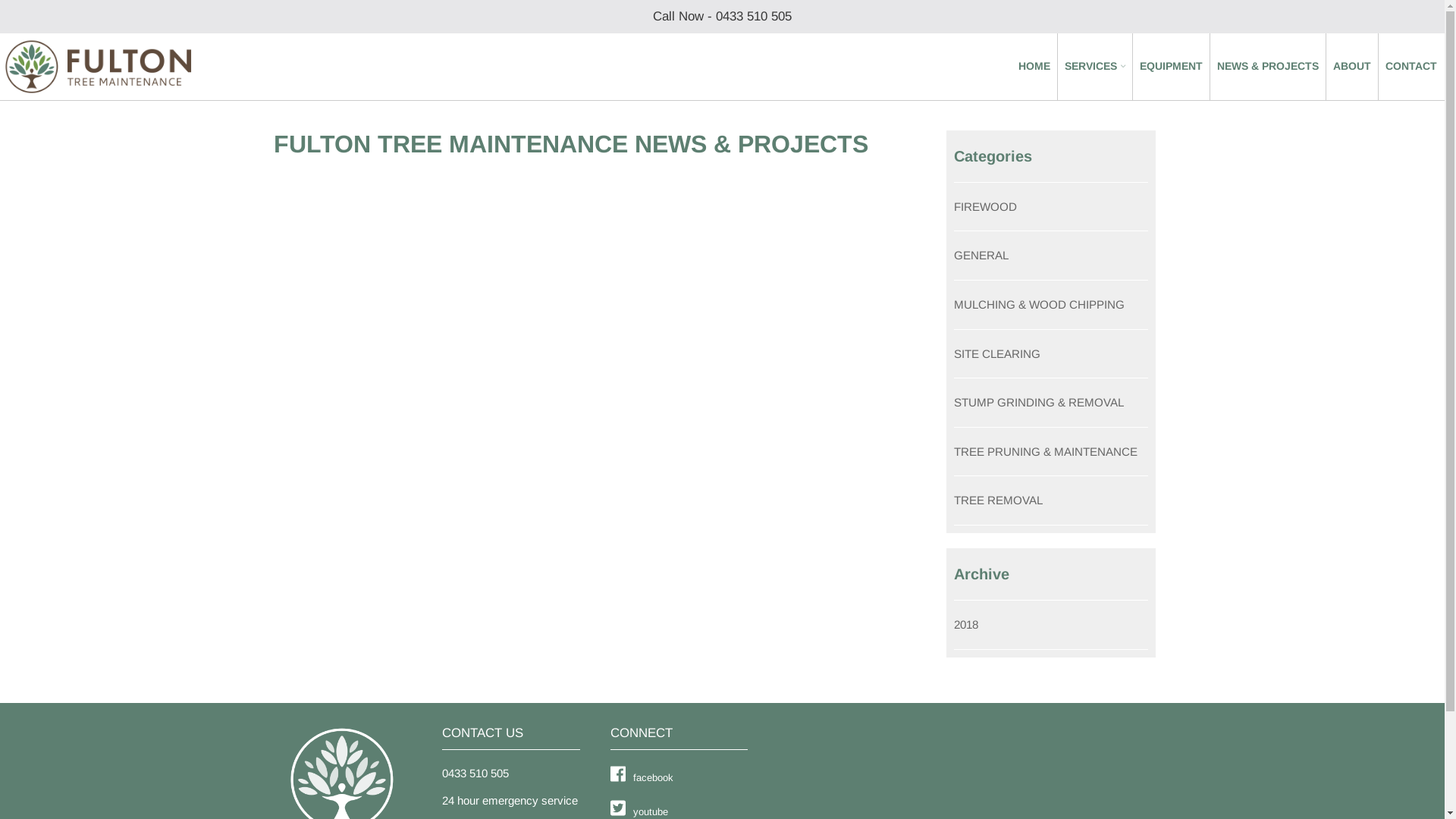  Describe the element at coordinates (1018, 66) in the screenshot. I see `'HOME'` at that location.